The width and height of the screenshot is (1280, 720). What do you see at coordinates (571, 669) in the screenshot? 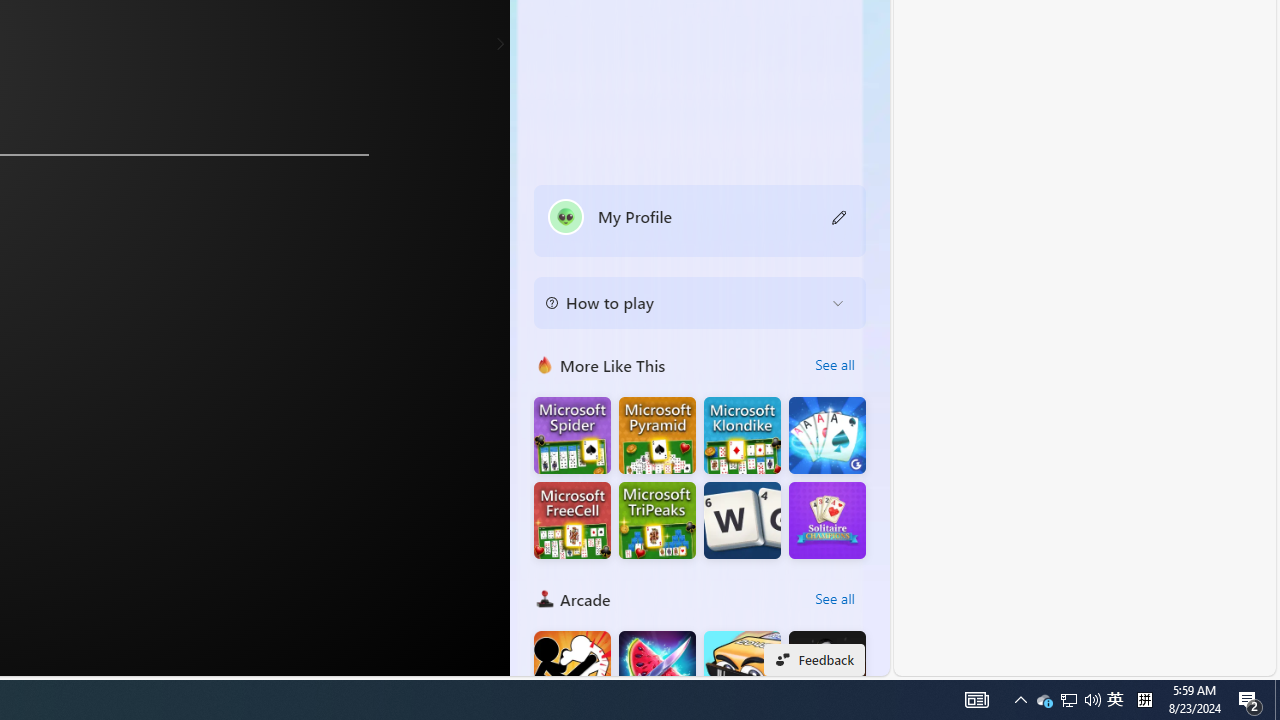
I see `'Stickman Fighter : Mega Brawl'` at bounding box center [571, 669].